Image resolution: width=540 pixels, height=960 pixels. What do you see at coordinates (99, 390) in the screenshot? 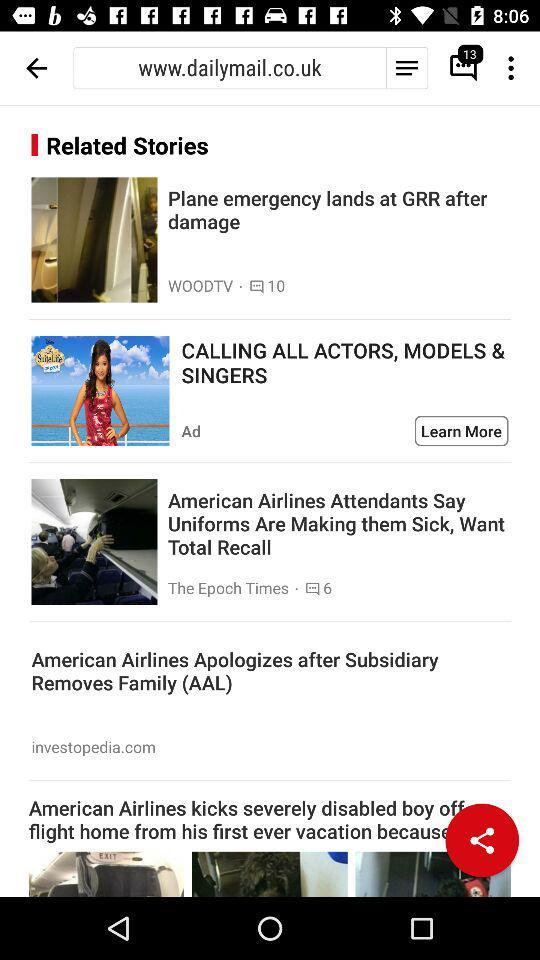
I see `advertisement` at bounding box center [99, 390].